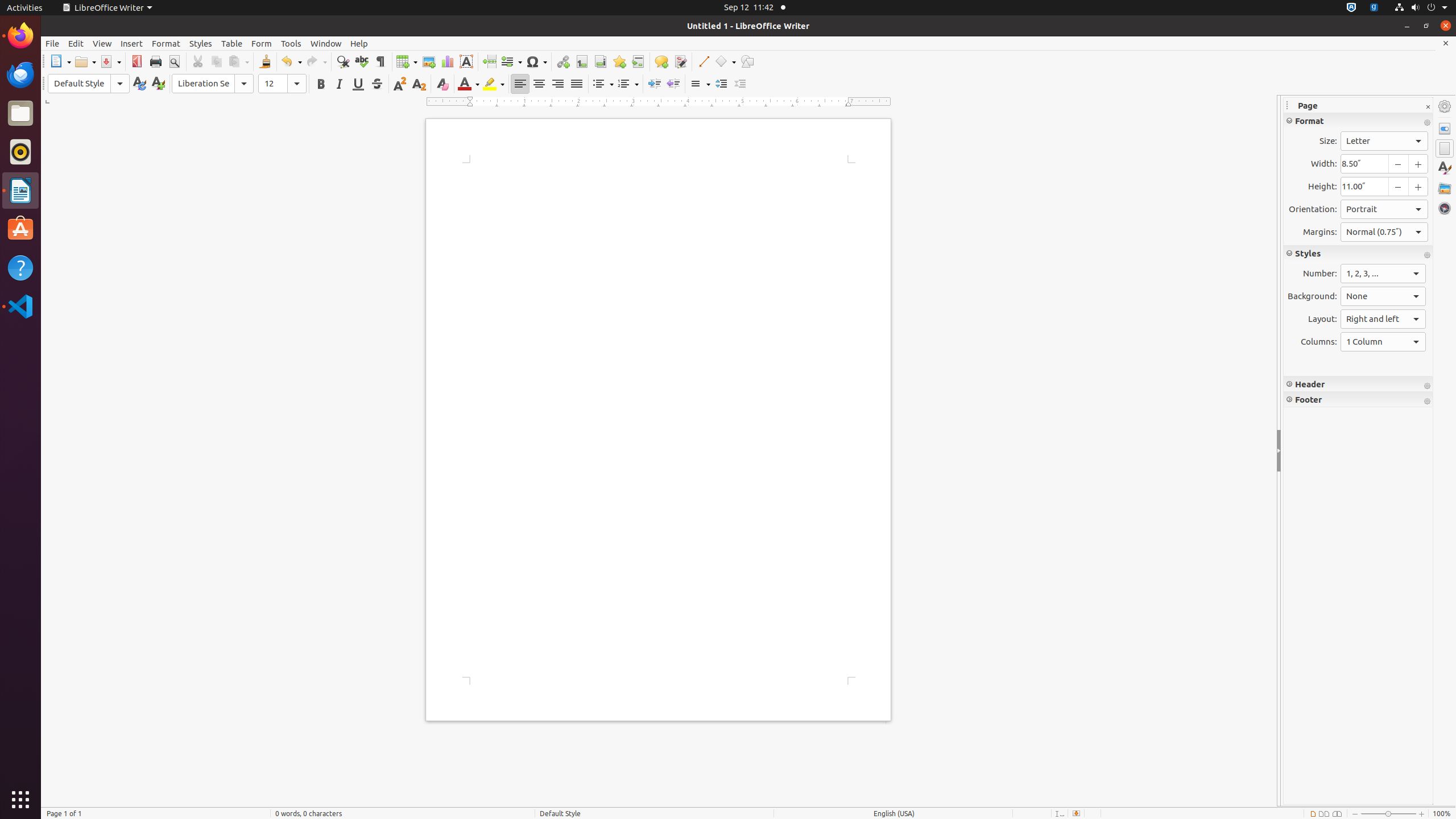  I want to click on 'Form', so click(262, 43).